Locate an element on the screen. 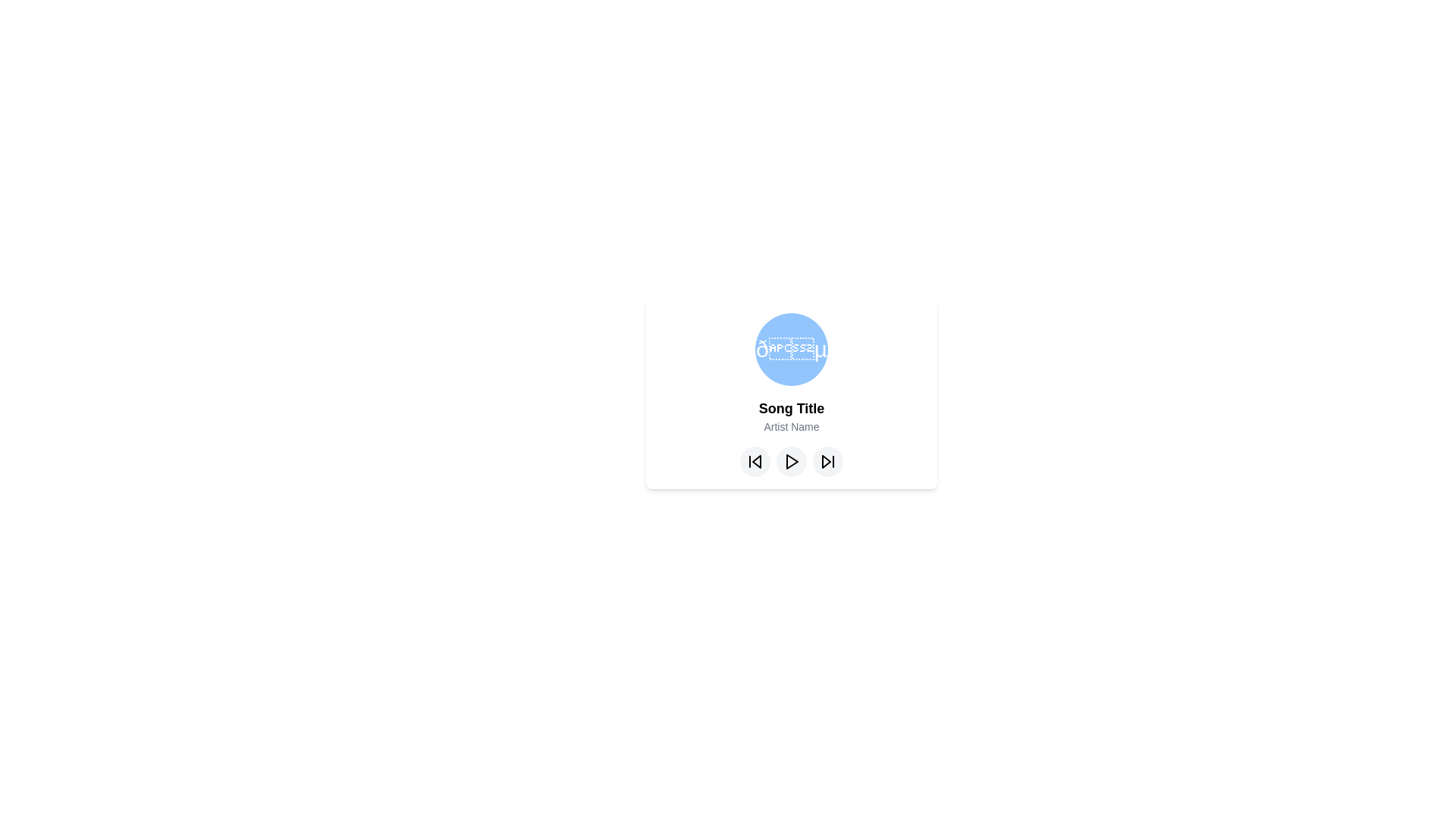  the middle circular button with a black triangular play icon on a white background, located below 'Song Title' and 'Artist Name' is located at coordinates (790, 461).